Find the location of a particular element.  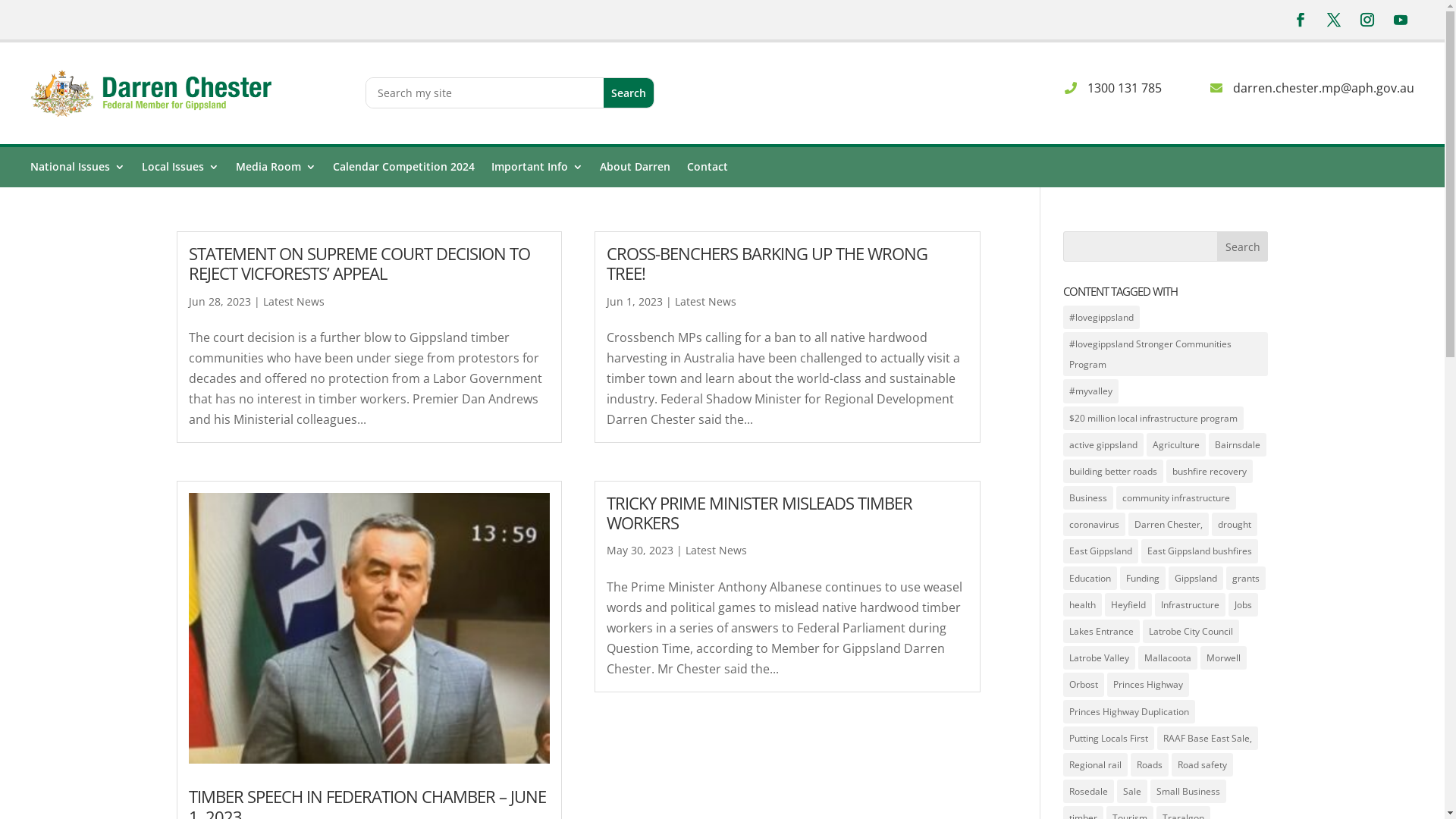

'health' is located at coordinates (1081, 604).